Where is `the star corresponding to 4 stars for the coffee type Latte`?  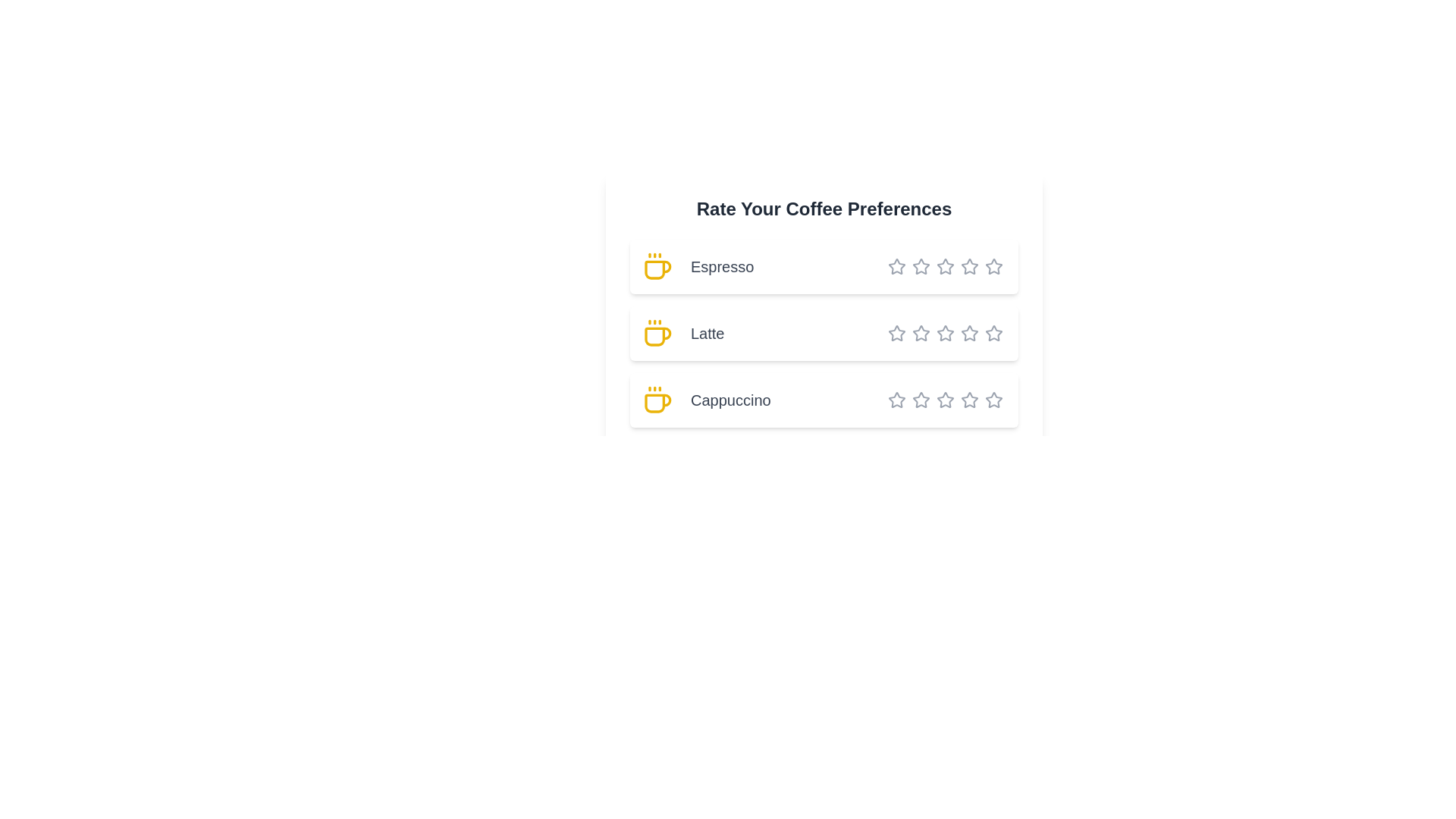 the star corresponding to 4 stars for the coffee type Latte is located at coordinates (942, 332).